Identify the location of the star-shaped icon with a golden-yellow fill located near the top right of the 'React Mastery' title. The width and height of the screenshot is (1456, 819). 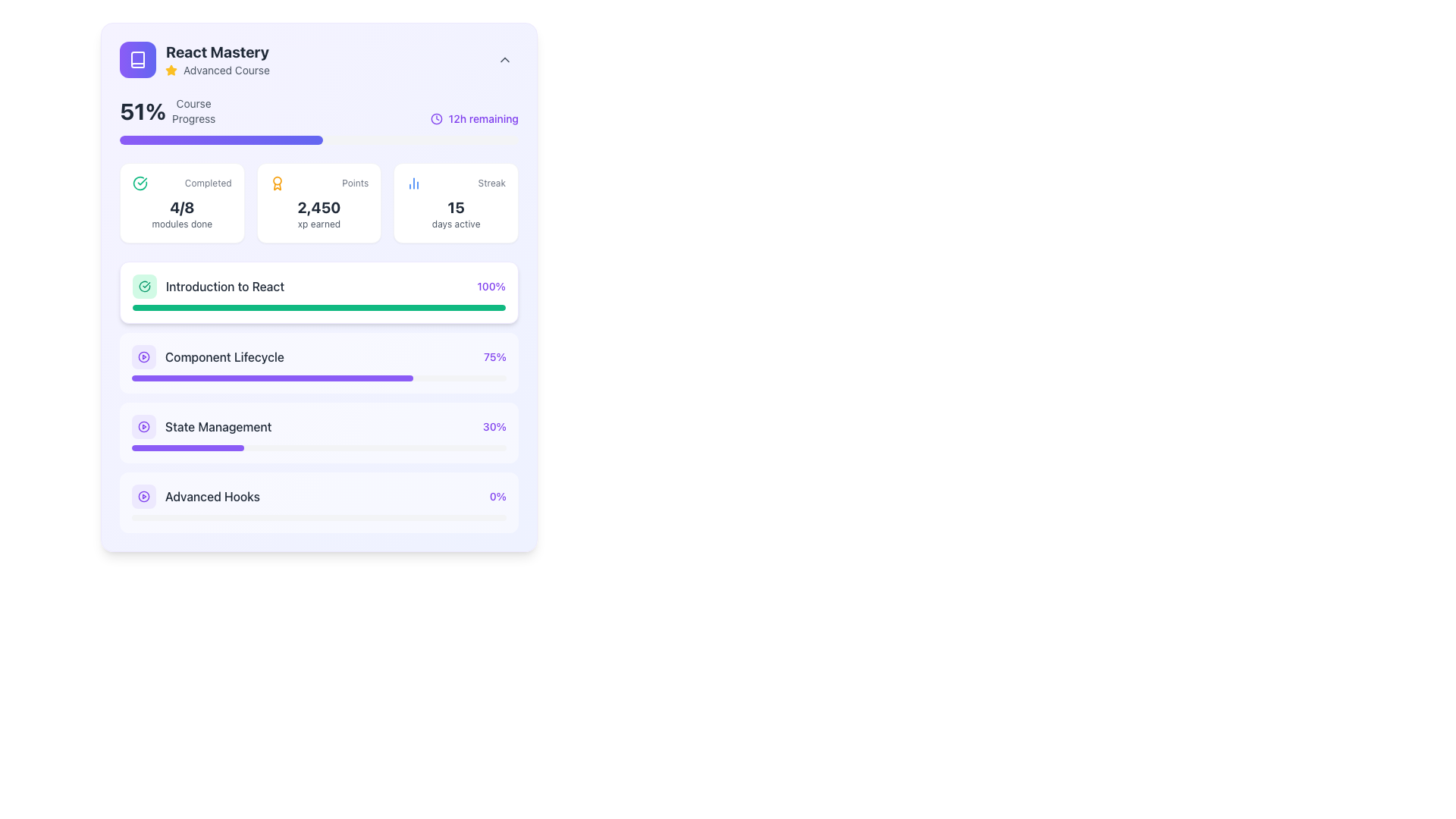
(171, 70).